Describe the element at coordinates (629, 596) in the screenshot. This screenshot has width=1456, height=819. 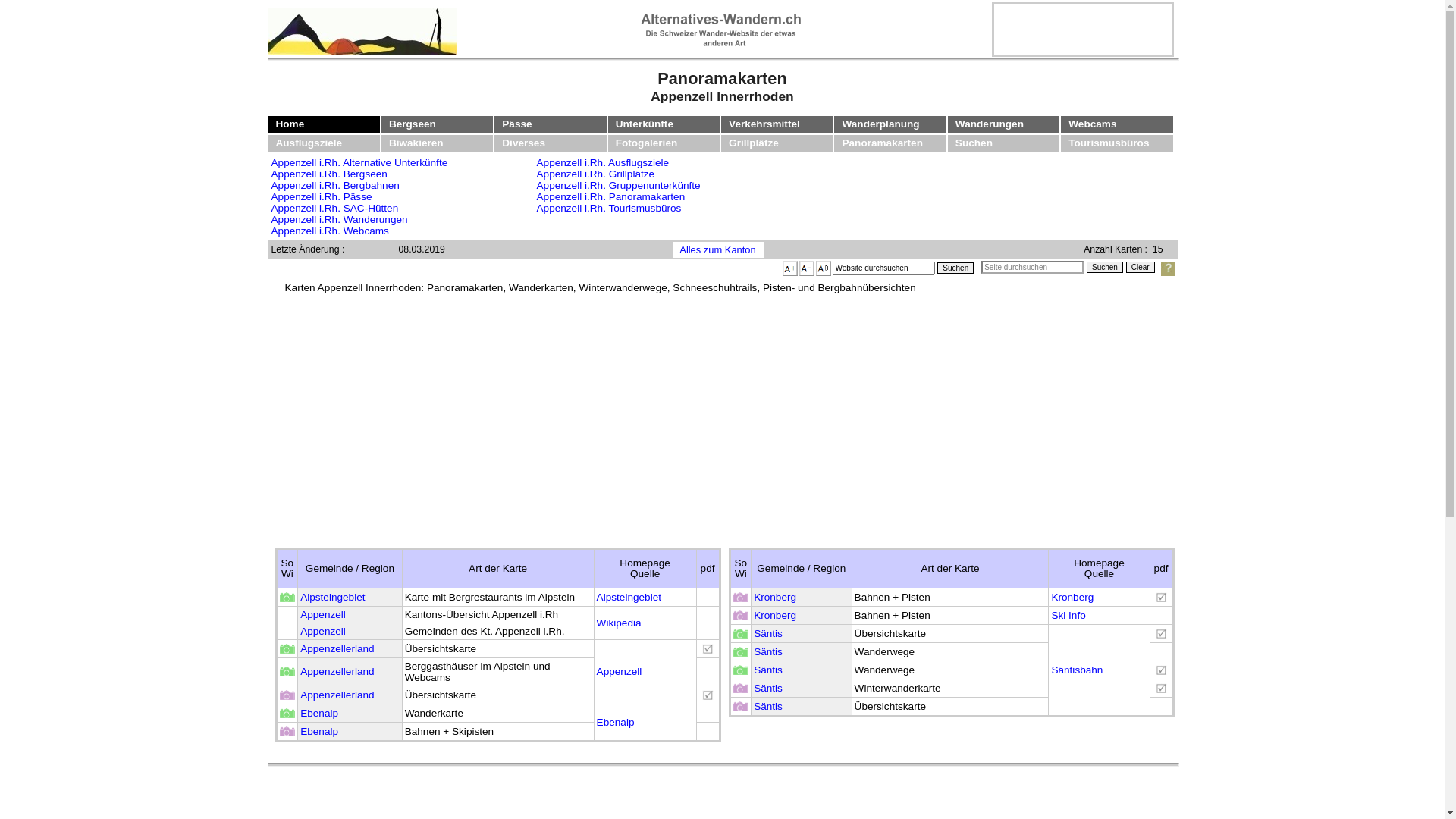
I see `'Alpsteingebiet'` at that location.